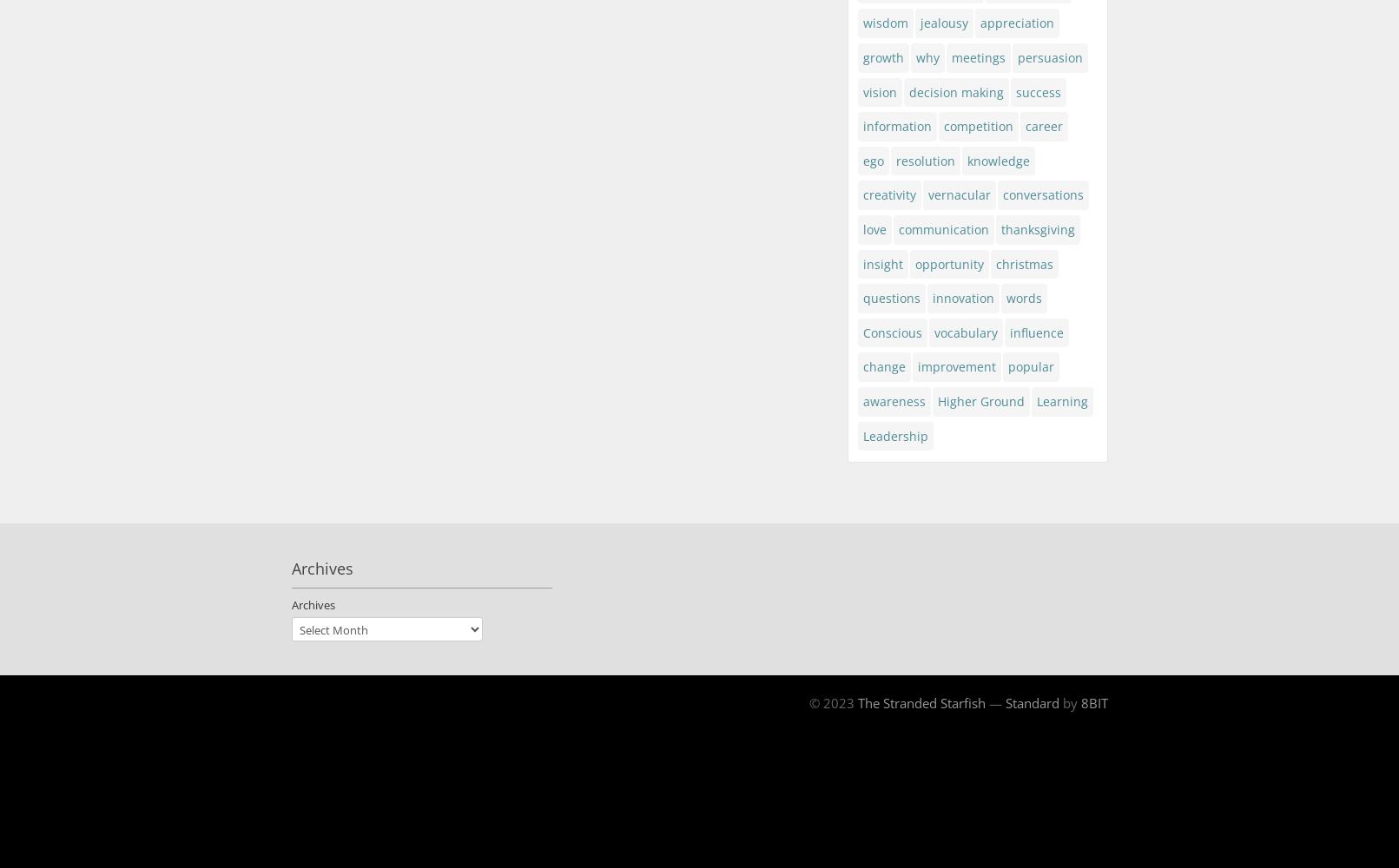 Image resolution: width=1399 pixels, height=868 pixels. I want to click on 'vision', so click(879, 90).